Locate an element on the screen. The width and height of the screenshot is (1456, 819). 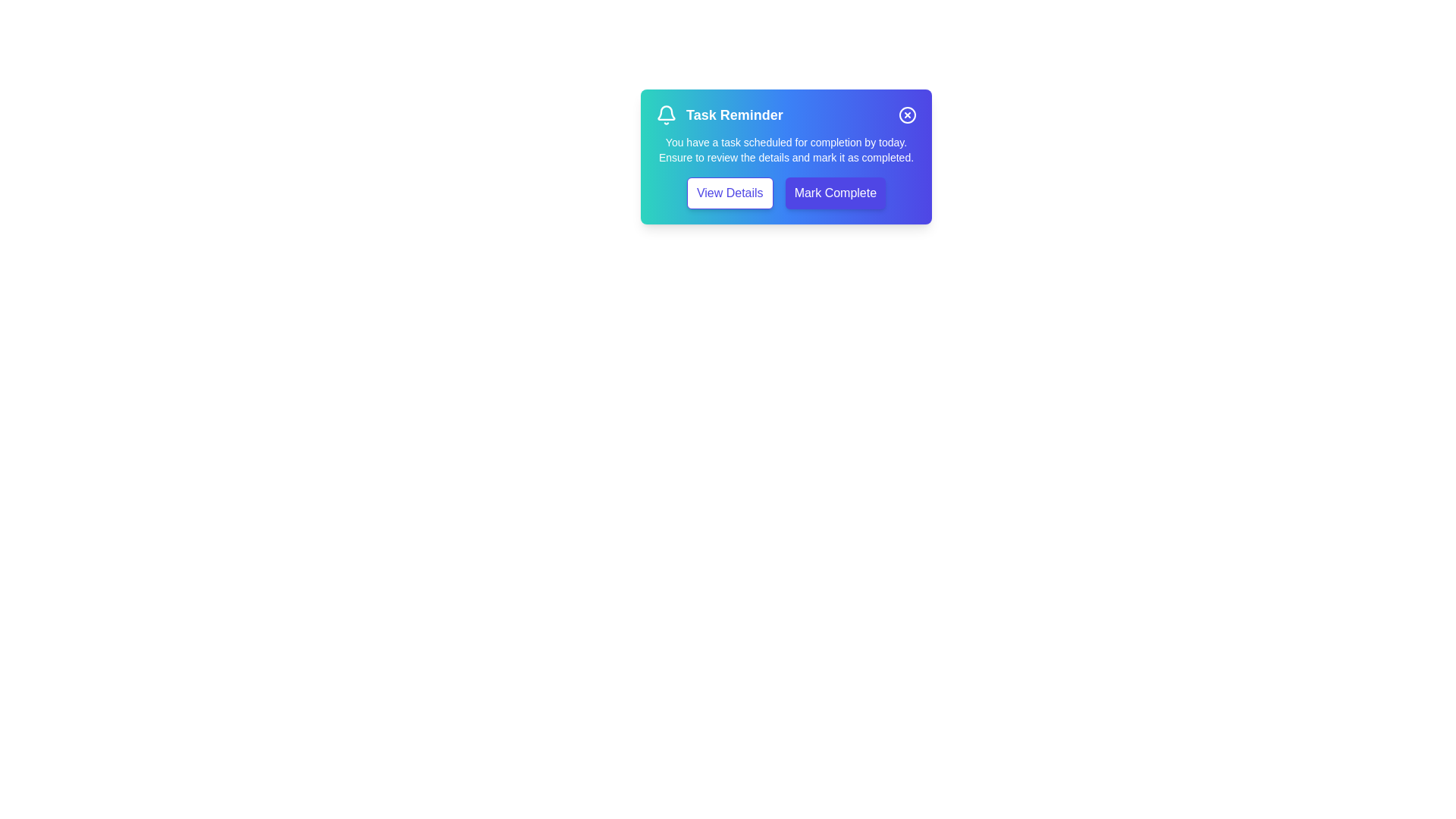
the 'Mark Complete' button to mark the task as complete is located at coordinates (833, 192).